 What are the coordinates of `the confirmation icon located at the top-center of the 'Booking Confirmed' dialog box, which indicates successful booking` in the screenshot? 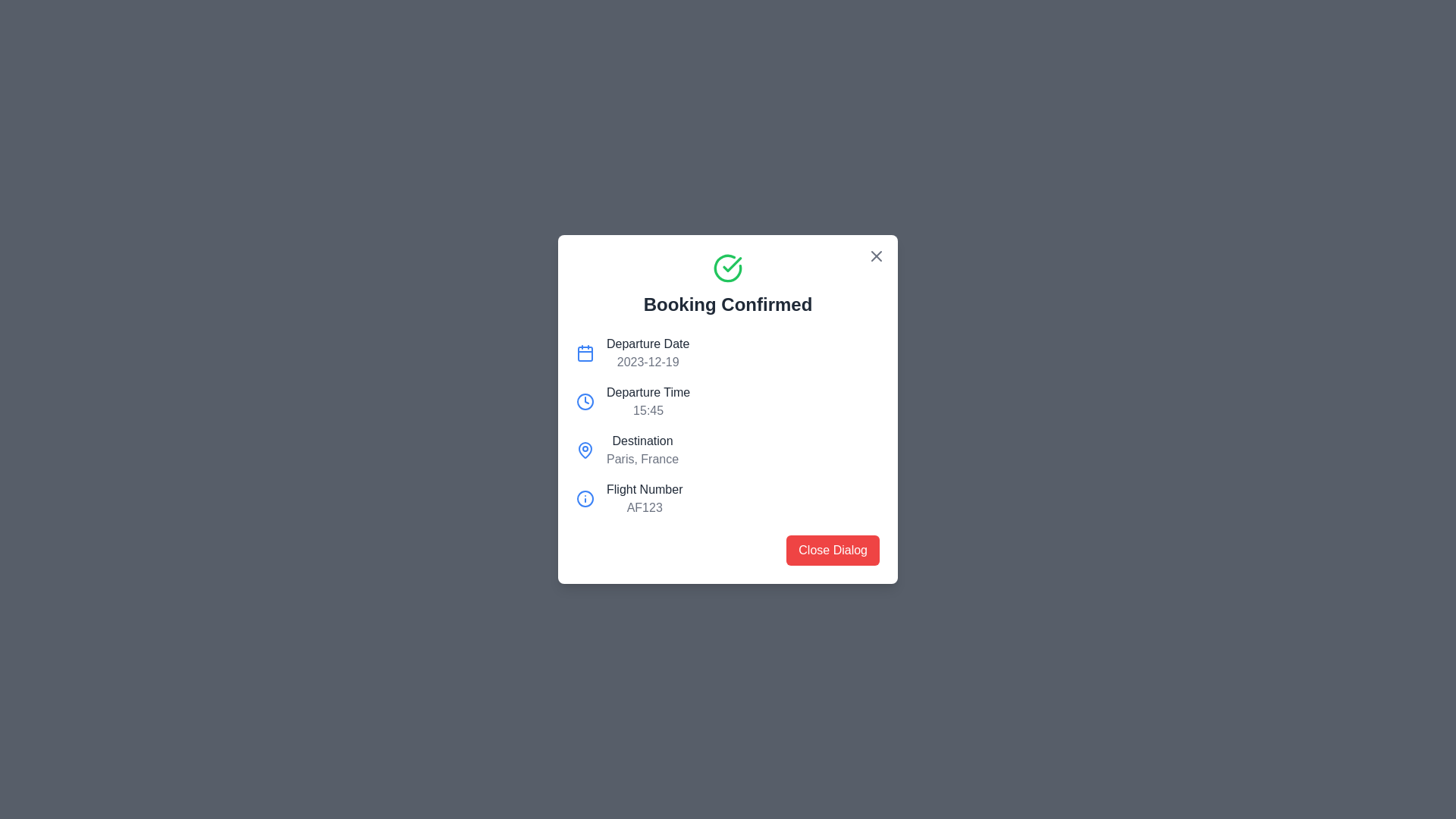 It's located at (728, 268).